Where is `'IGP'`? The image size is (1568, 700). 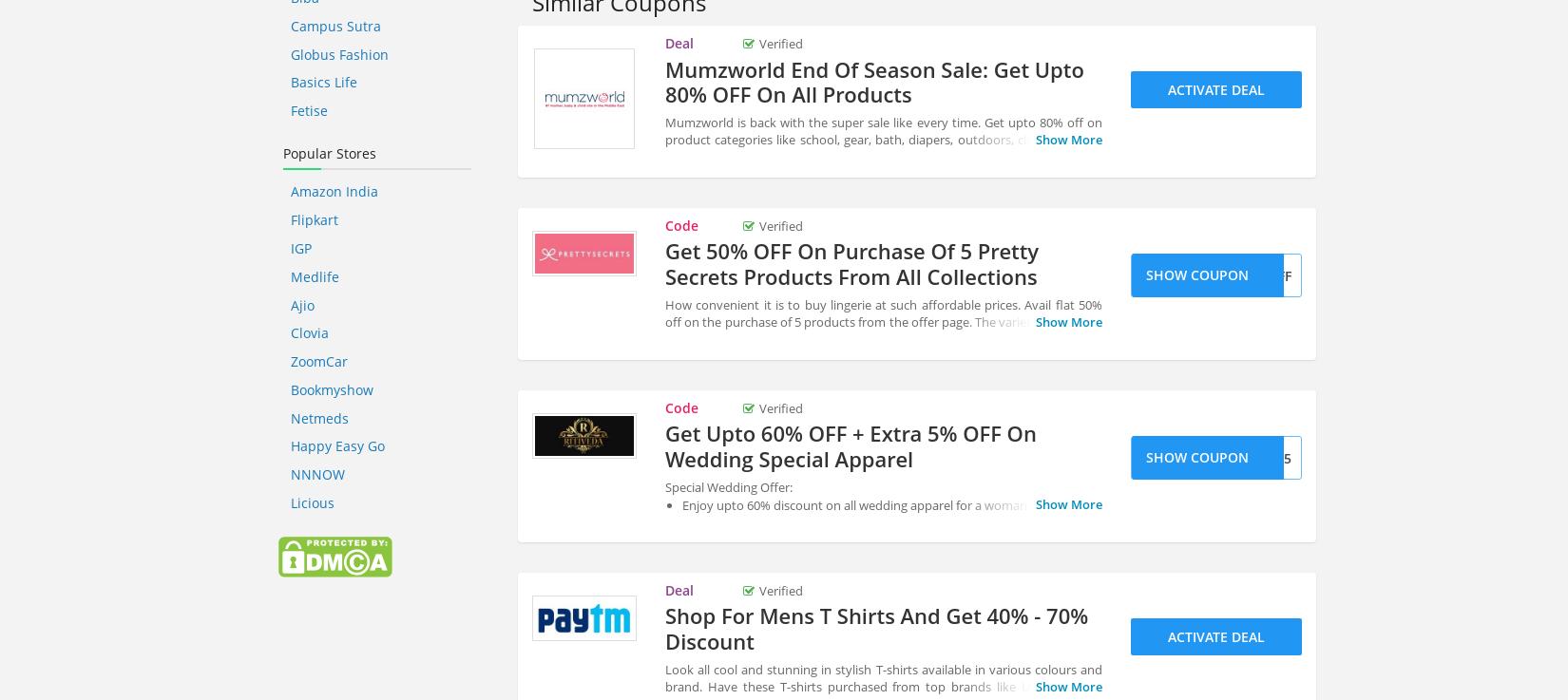
'IGP' is located at coordinates (299, 246).